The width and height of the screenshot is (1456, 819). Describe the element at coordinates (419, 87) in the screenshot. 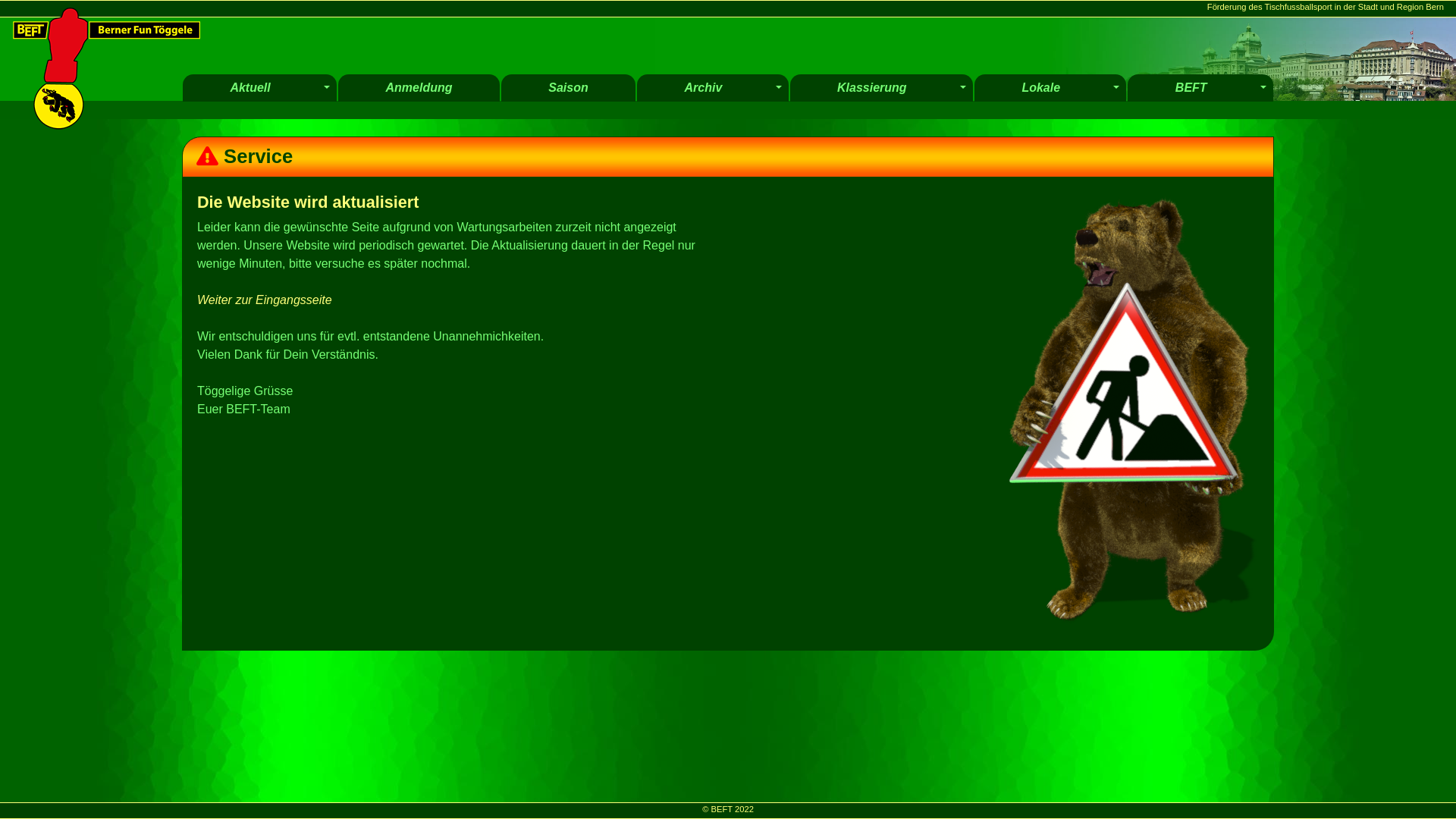

I see `'Anmeldung'` at that location.